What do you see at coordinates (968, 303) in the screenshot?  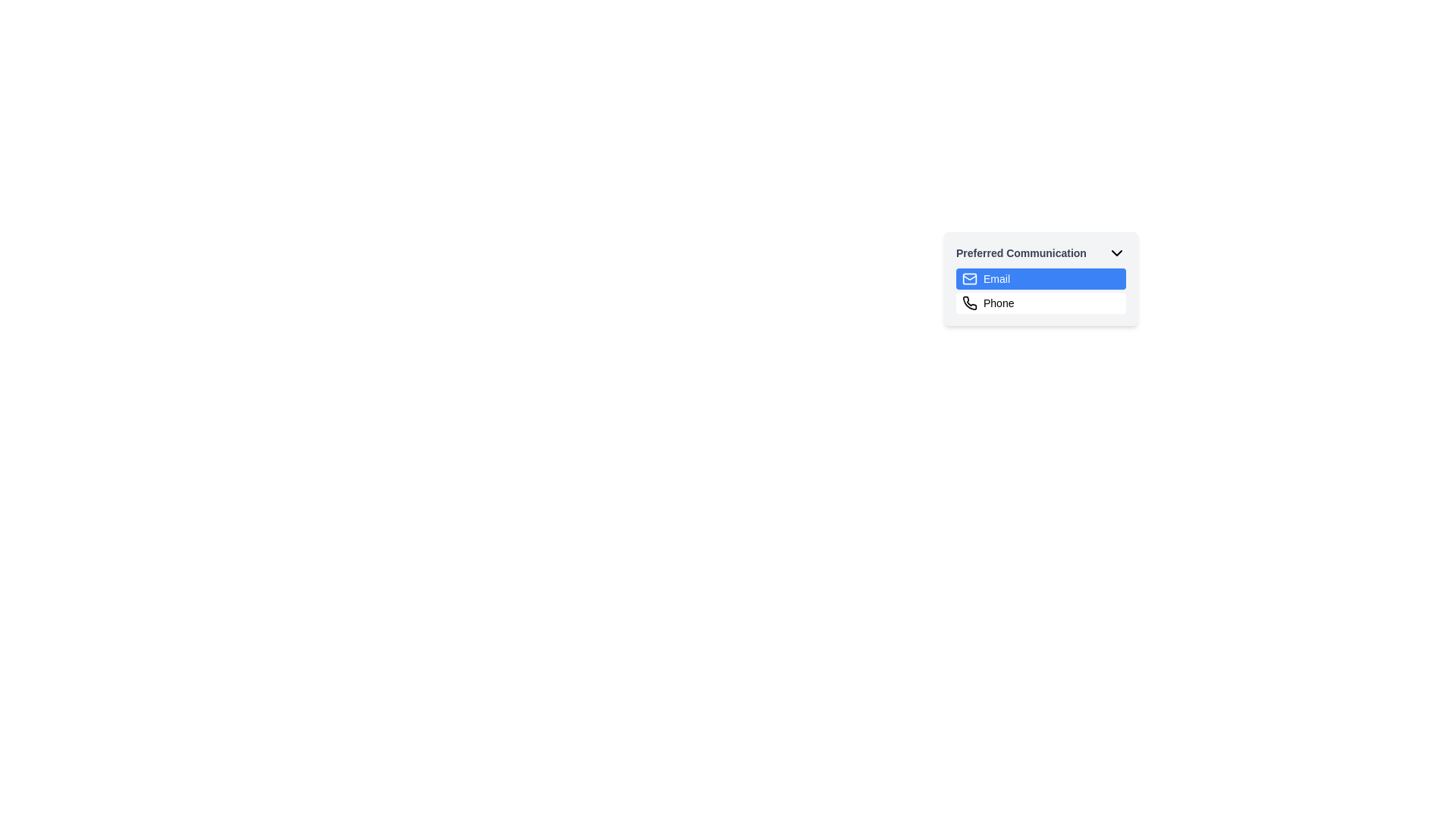 I see `the phone receiver icon in the dropdown menu labeled 'Phone' under 'Preferred Communication'` at bounding box center [968, 303].